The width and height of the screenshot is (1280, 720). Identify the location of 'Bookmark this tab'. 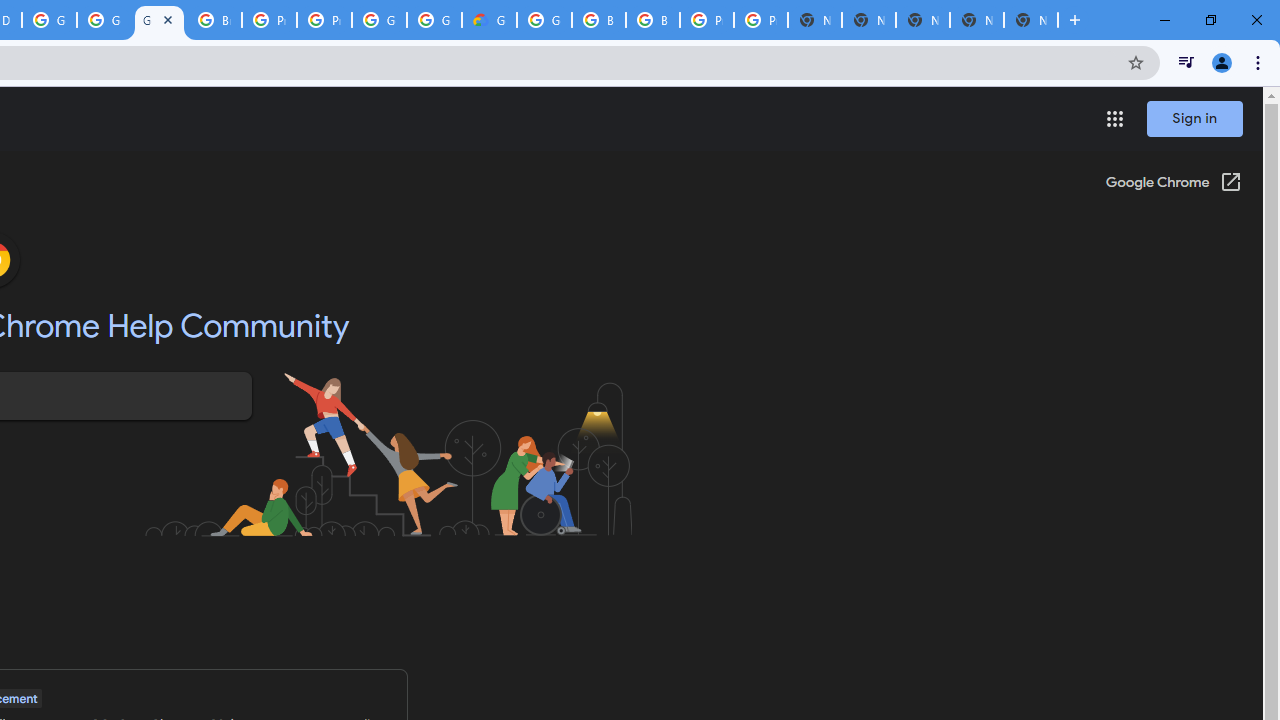
(1136, 61).